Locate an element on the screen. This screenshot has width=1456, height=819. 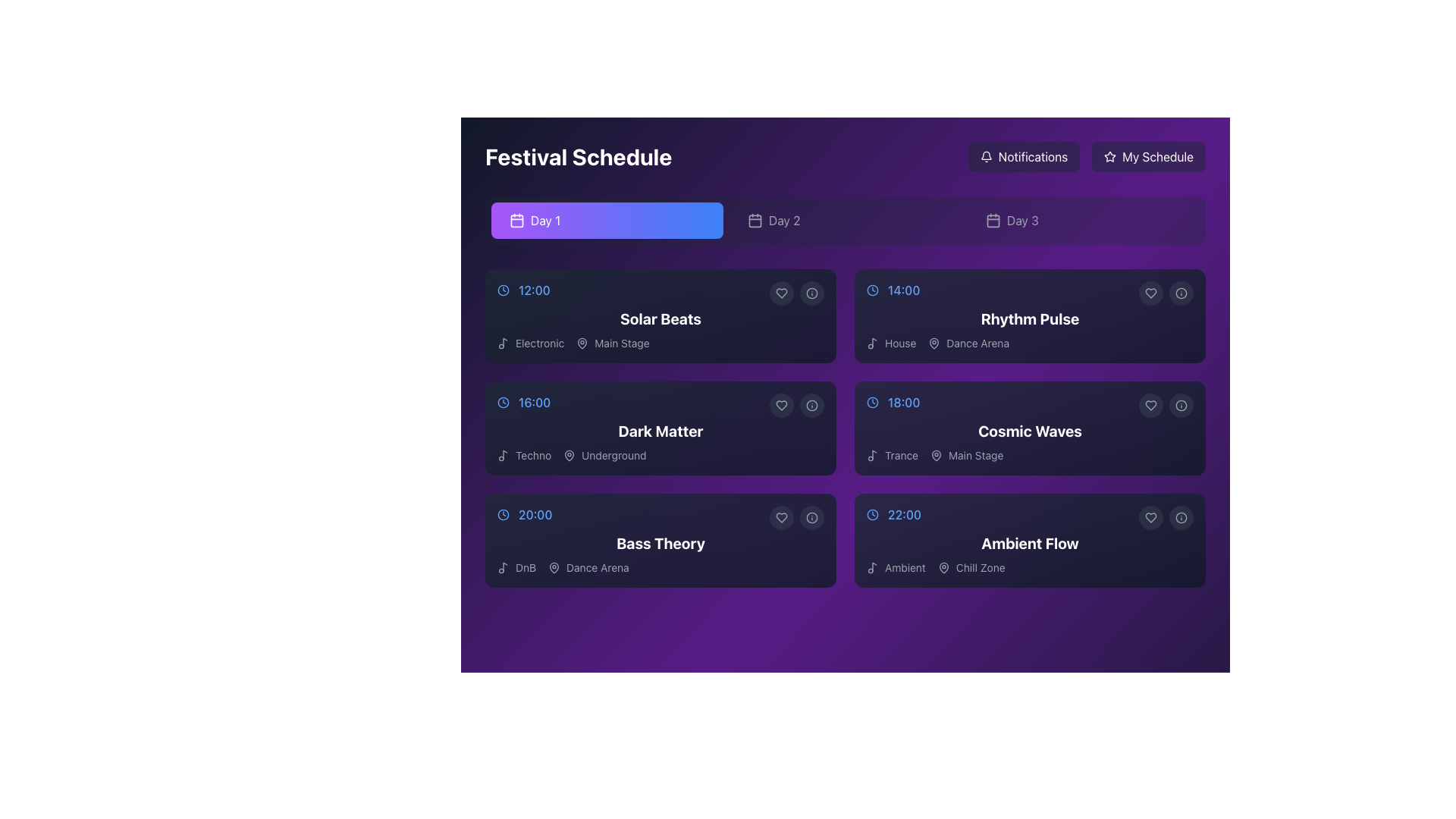
the notifications button located is located at coordinates (1032, 157).